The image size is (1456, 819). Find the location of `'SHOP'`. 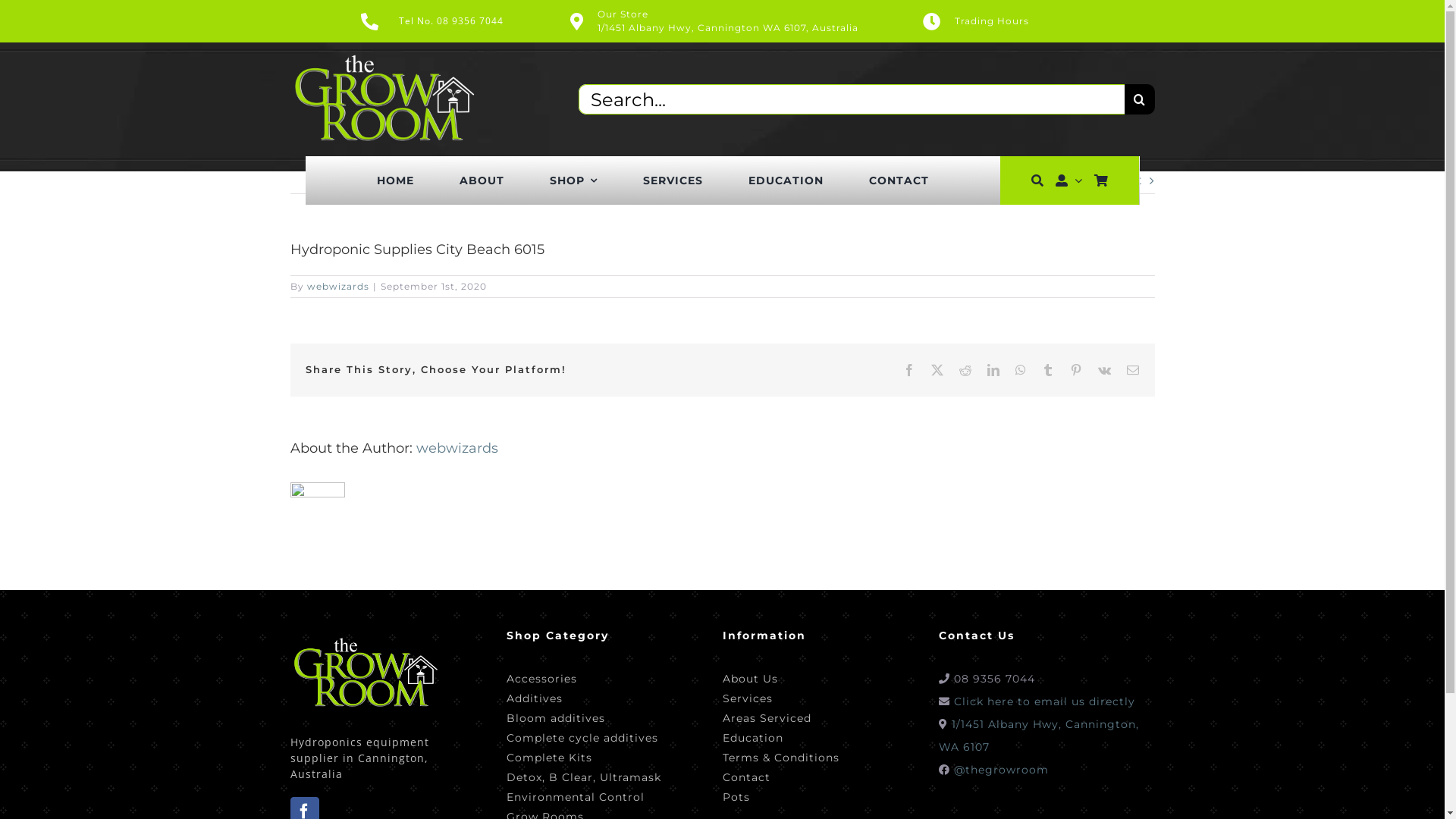

'SHOP' is located at coordinates (573, 180).